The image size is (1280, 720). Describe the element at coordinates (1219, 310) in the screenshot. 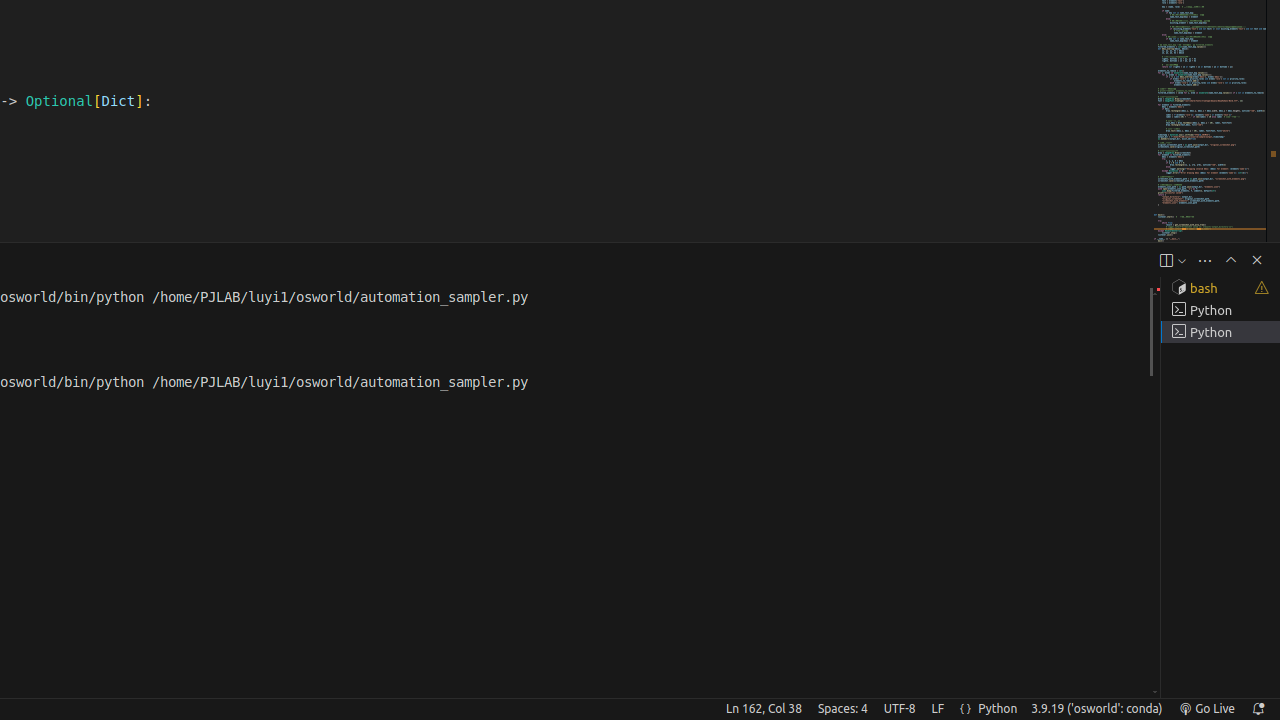

I see `'Terminal 2 Python'` at that location.